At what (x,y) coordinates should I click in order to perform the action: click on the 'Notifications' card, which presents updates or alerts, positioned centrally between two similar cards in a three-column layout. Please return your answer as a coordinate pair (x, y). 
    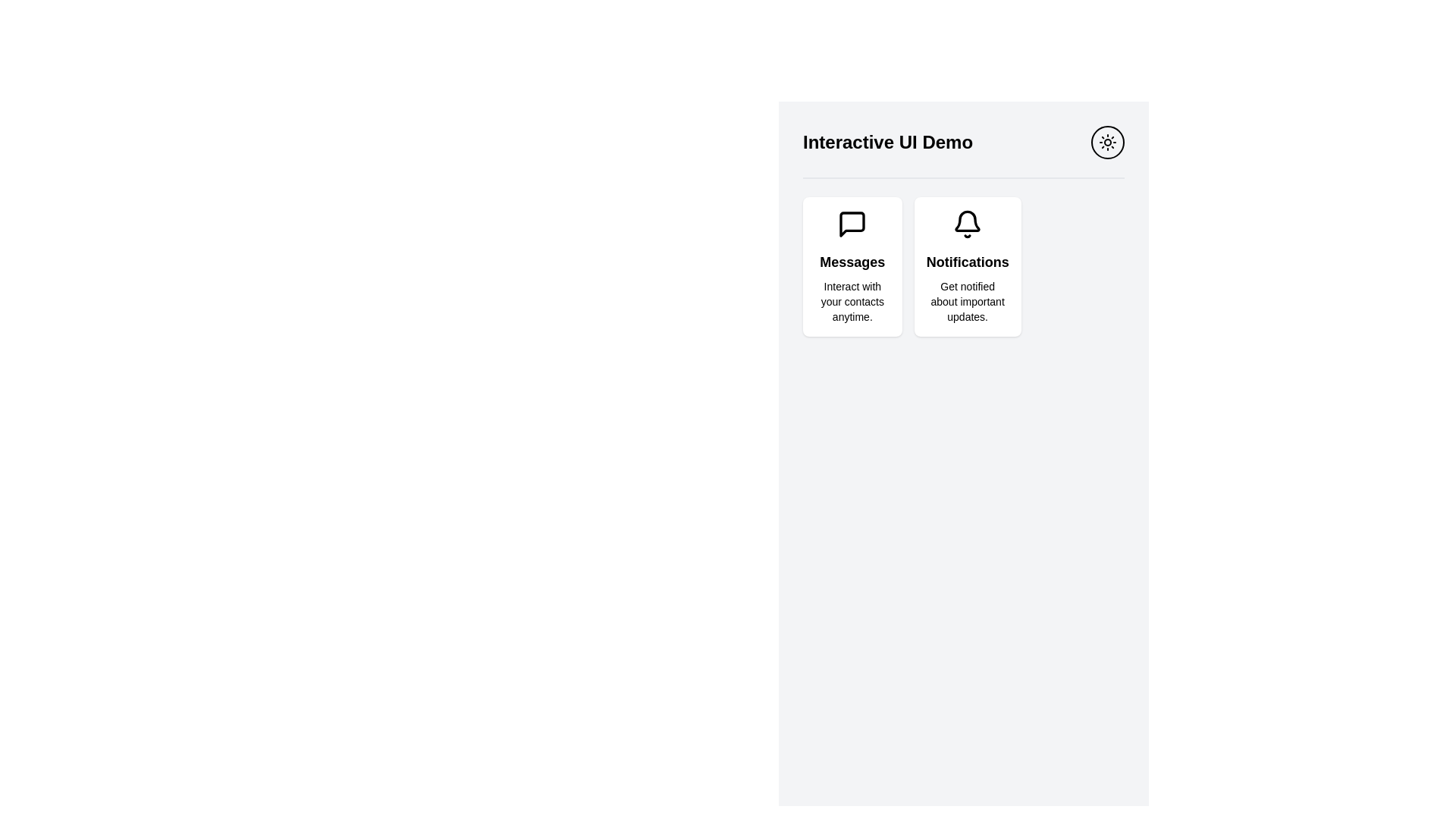
    Looking at the image, I should click on (967, 265).